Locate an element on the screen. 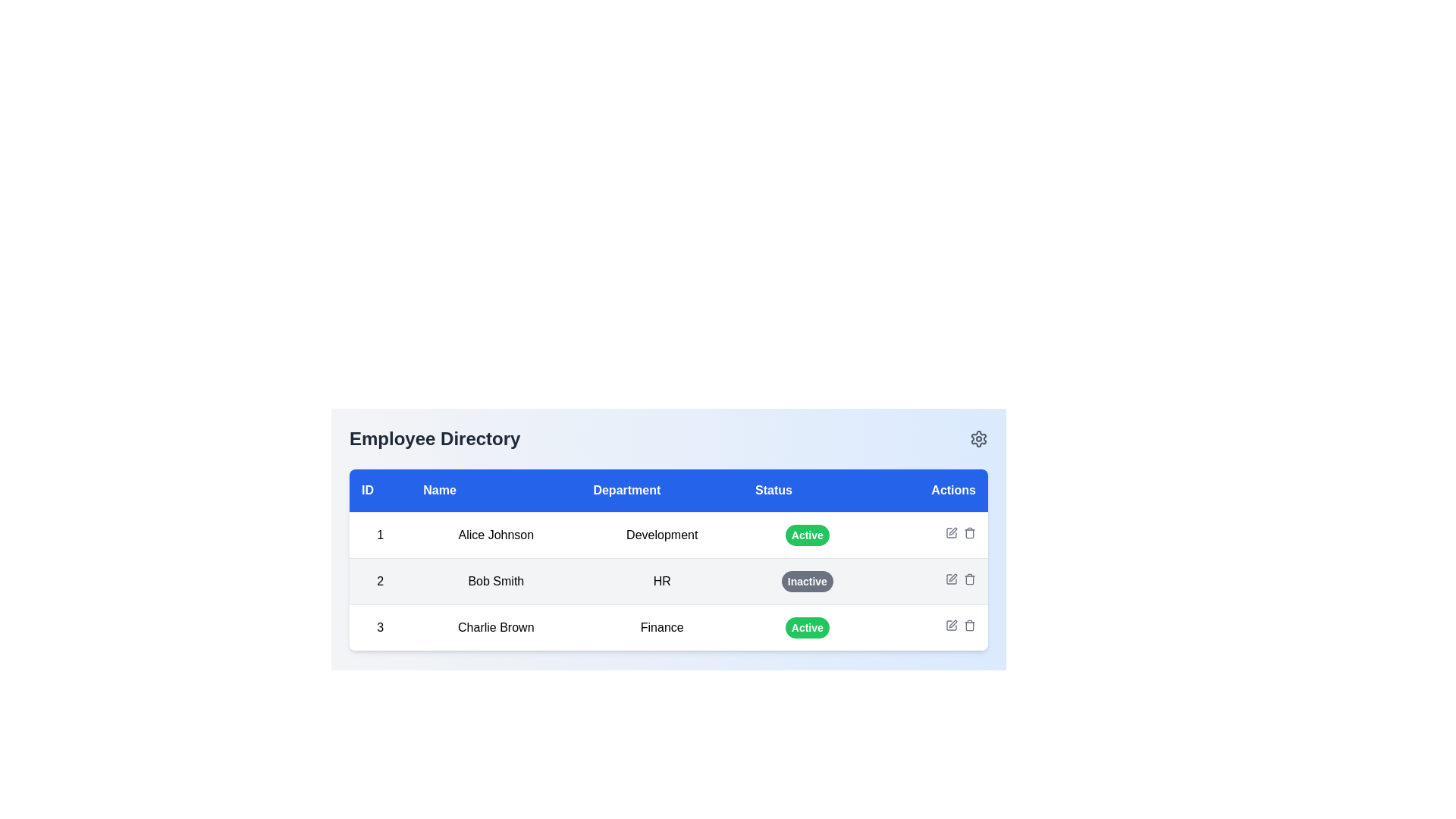 The image size is (1456, 819). the text label 'Finance' in the 'Department' column of row 3, associated with employee 'Charlie Brown.' is located at coordinates (662, 627).